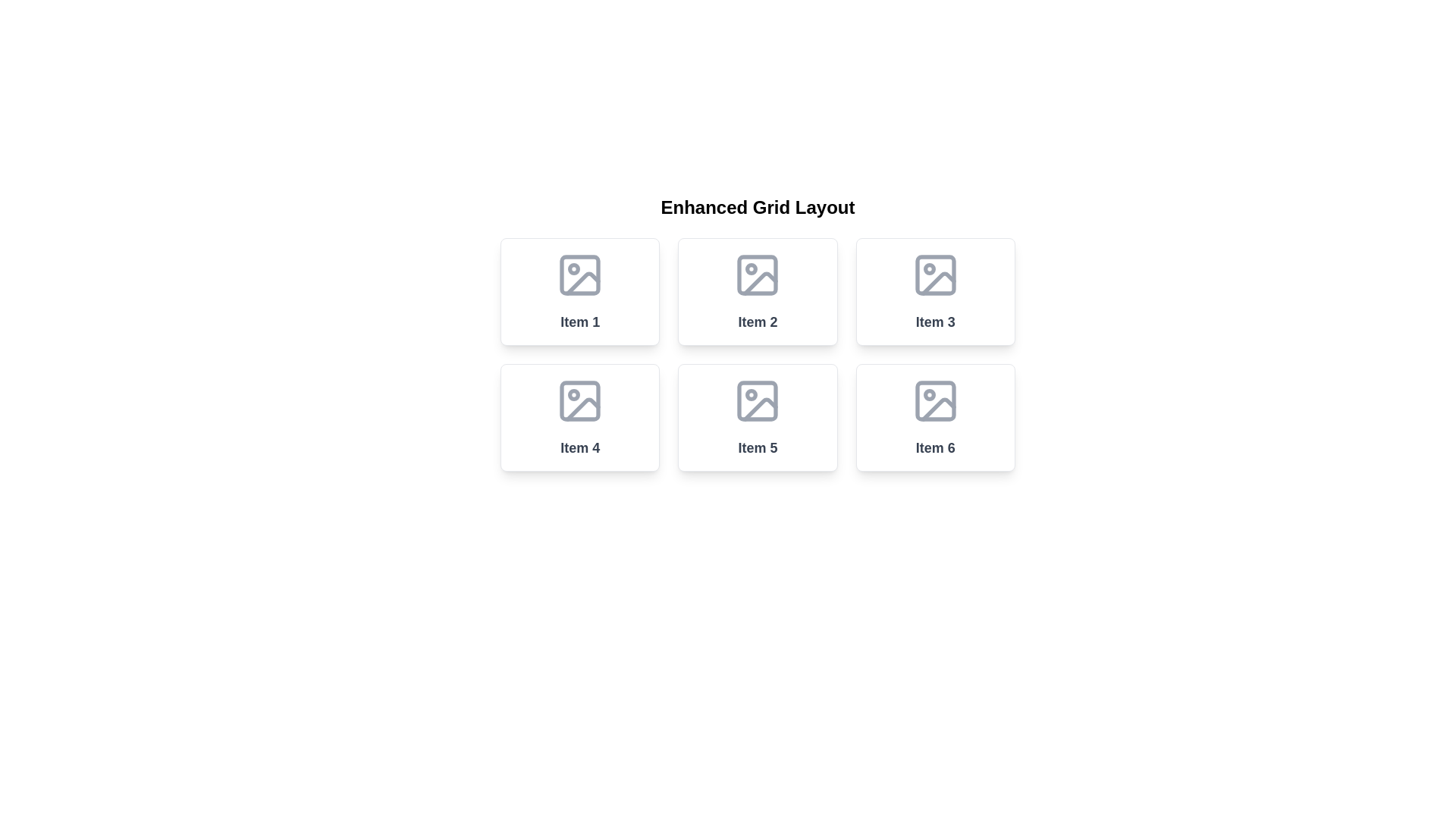 The image size is (1456, 819). Describe the element at coordinates (928, 394) in the screenshot. I see `the decorative circle SVG component located in the sixth item of a two-row grid layout, which is slightly away from the rectangle graphic` at that location.